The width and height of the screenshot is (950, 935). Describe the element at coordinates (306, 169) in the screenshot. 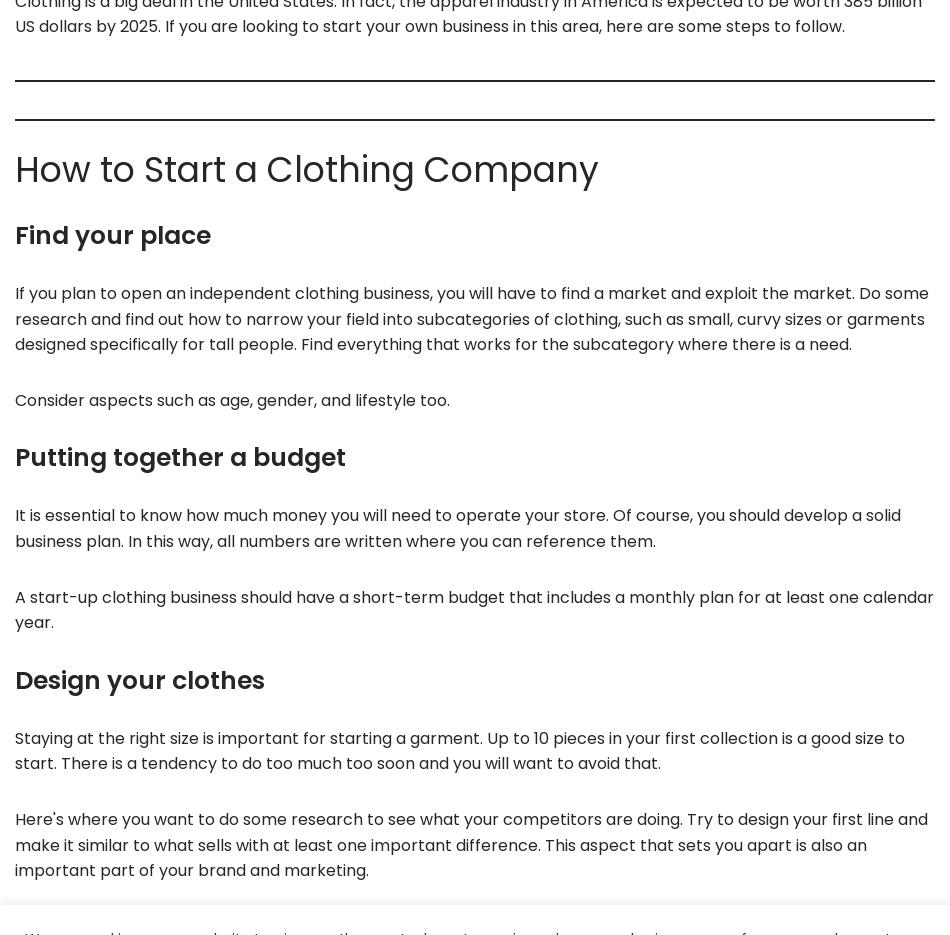

I see `'How to Start a Clothing Company'` at that location.